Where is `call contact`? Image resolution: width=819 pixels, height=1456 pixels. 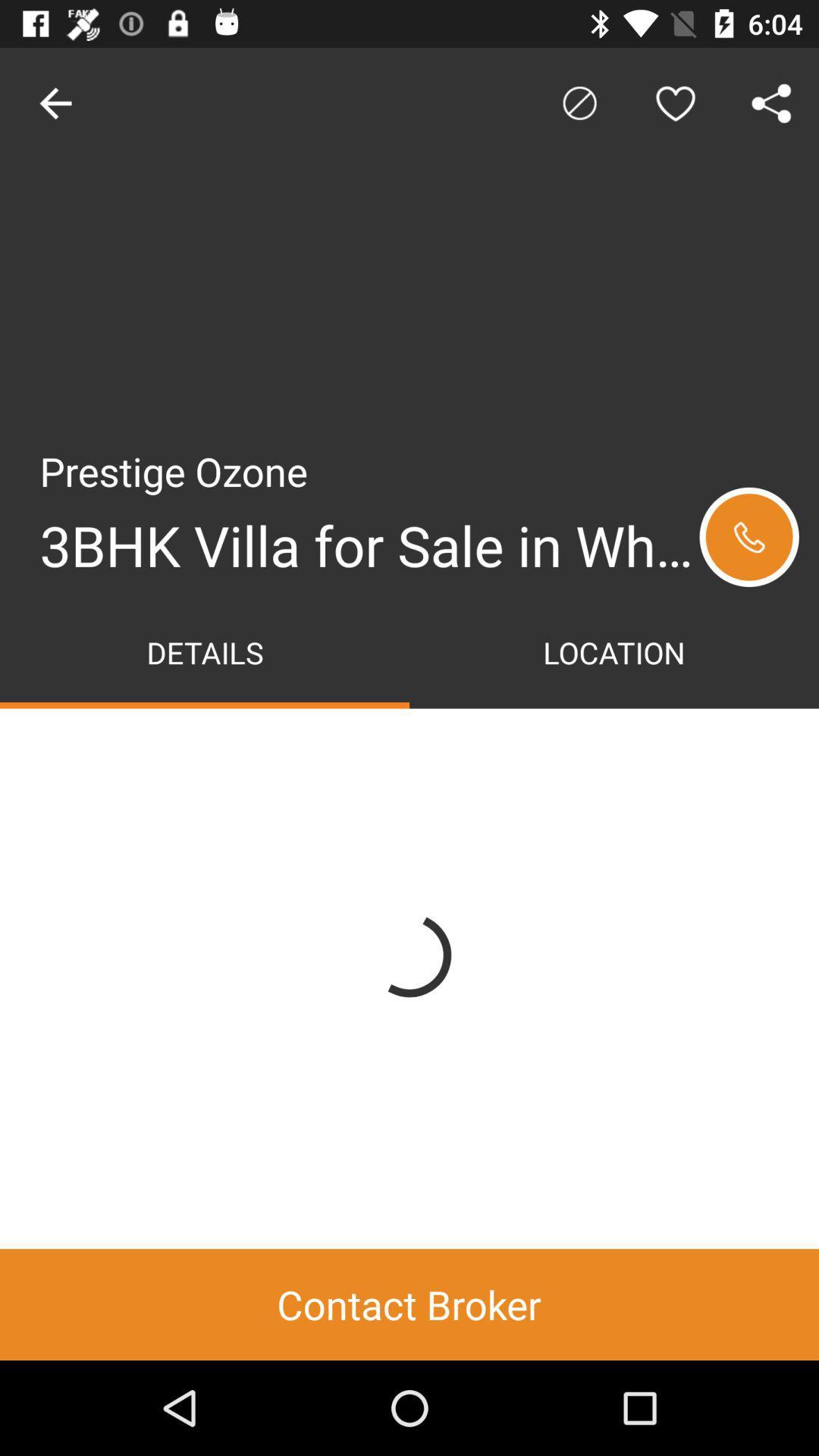
call contact is located at coordinates (748, 537).